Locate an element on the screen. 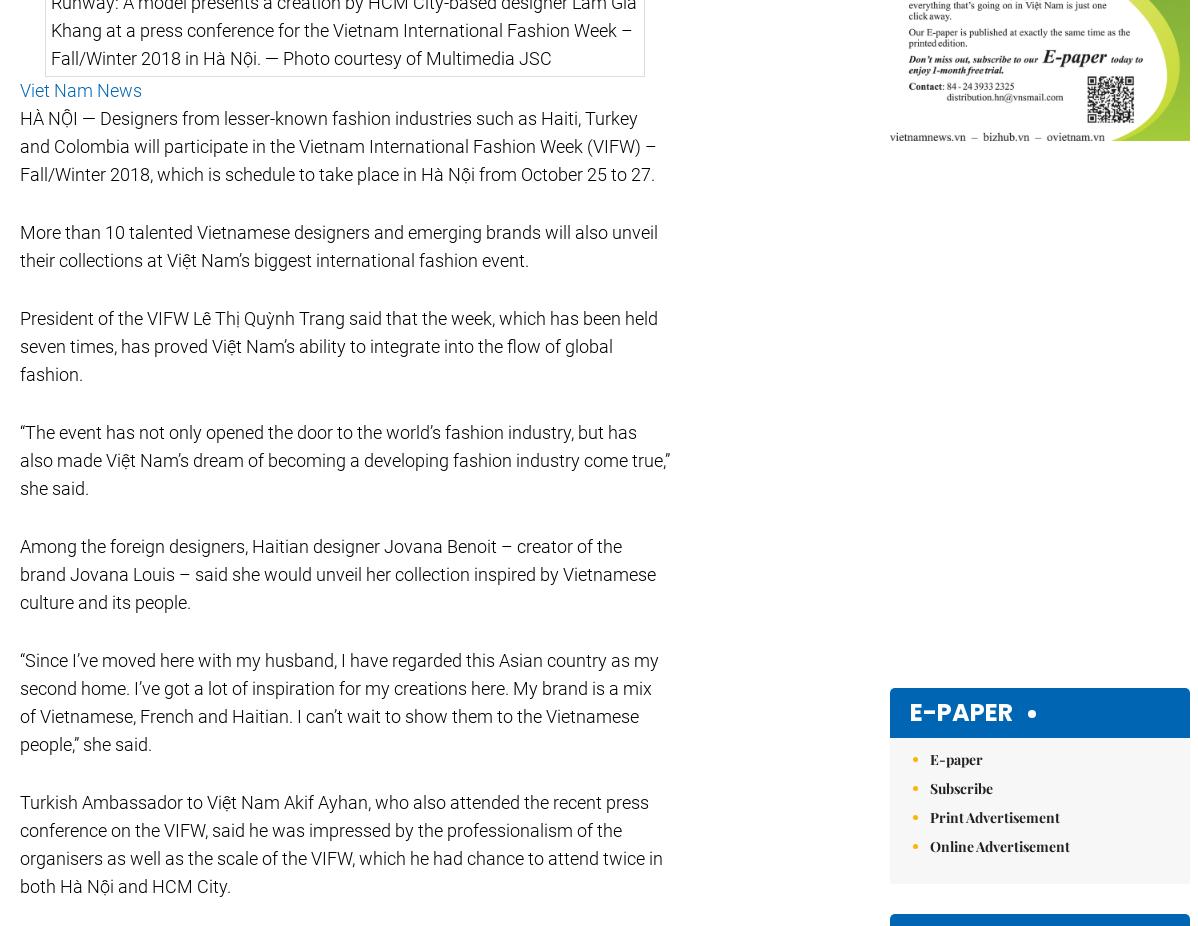  'Talking Shop' is located at coordinates (352, 575).